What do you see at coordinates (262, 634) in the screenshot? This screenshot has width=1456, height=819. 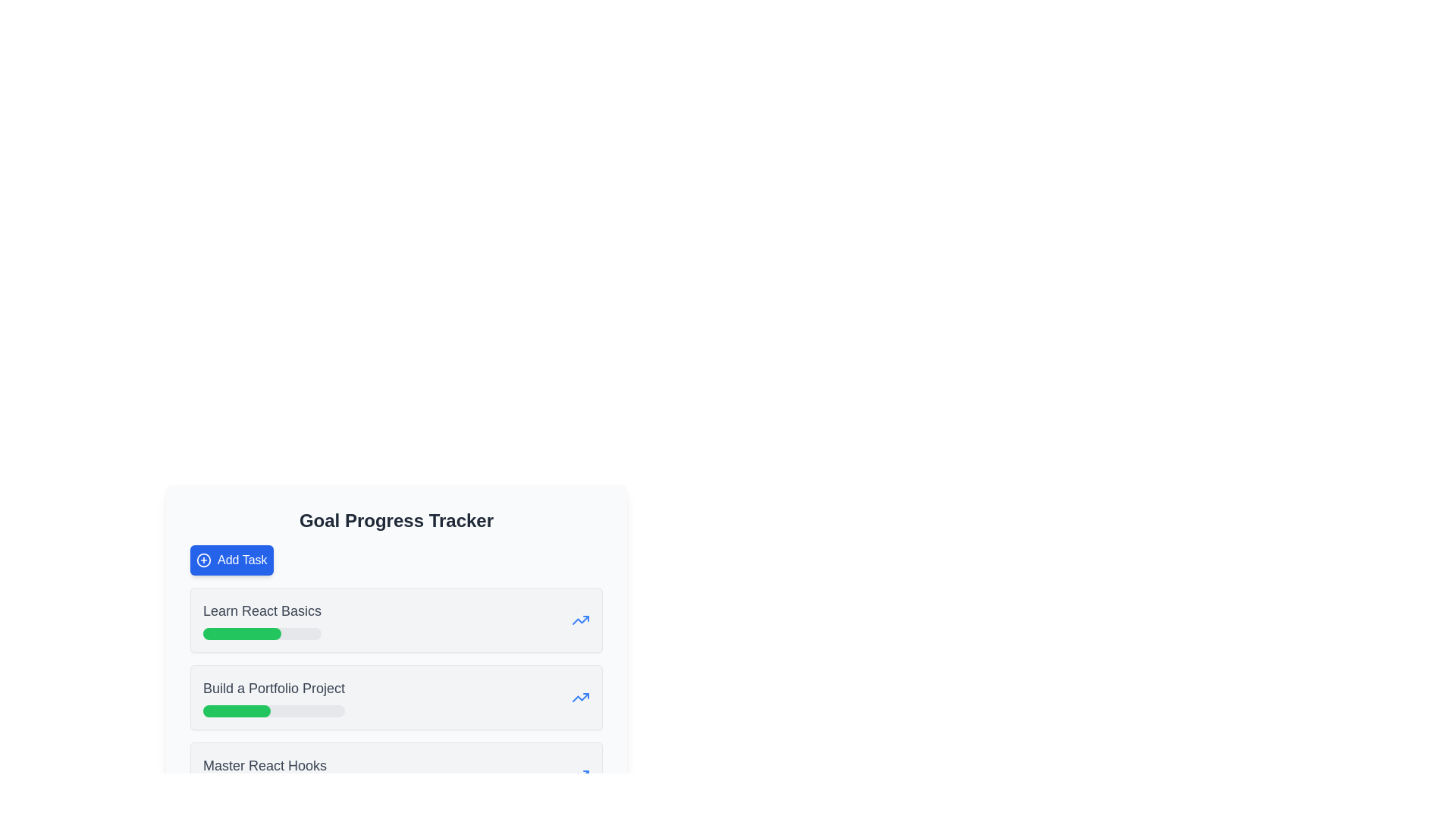 I see `the progress bar indicating the completion of 'Learn React Basics', which is the first item in the 'Goal Progress Tracker' section` at bounding box center [262, 634].